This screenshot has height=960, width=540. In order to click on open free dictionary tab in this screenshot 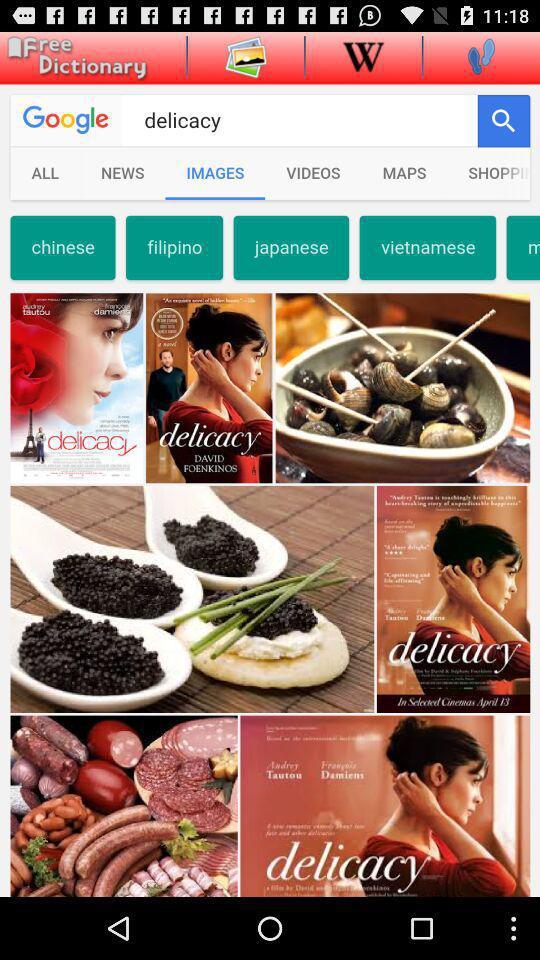, I will do `click(73, 57)`.